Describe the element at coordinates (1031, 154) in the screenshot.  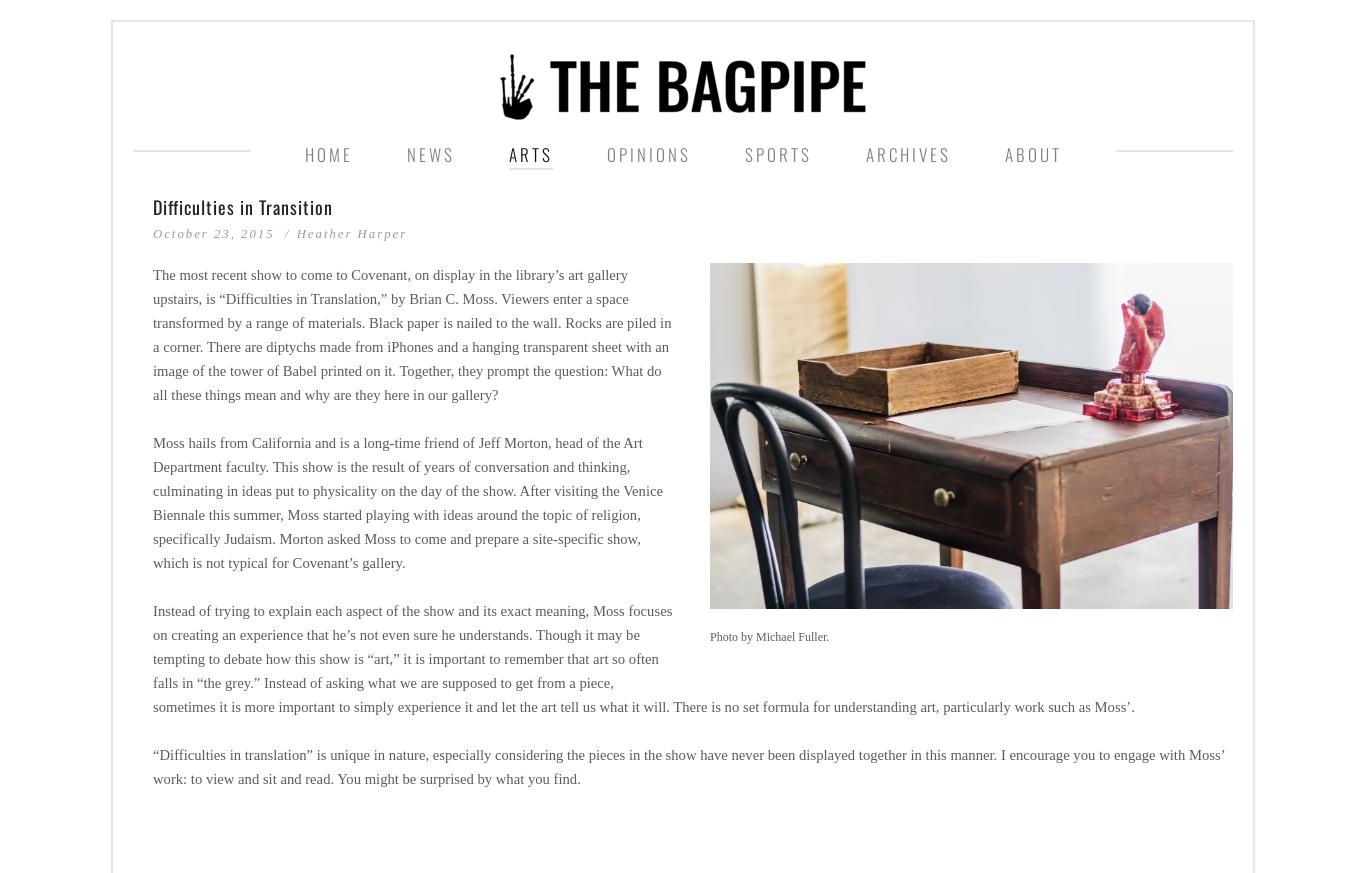
I see `'ABOUT'` at that location.